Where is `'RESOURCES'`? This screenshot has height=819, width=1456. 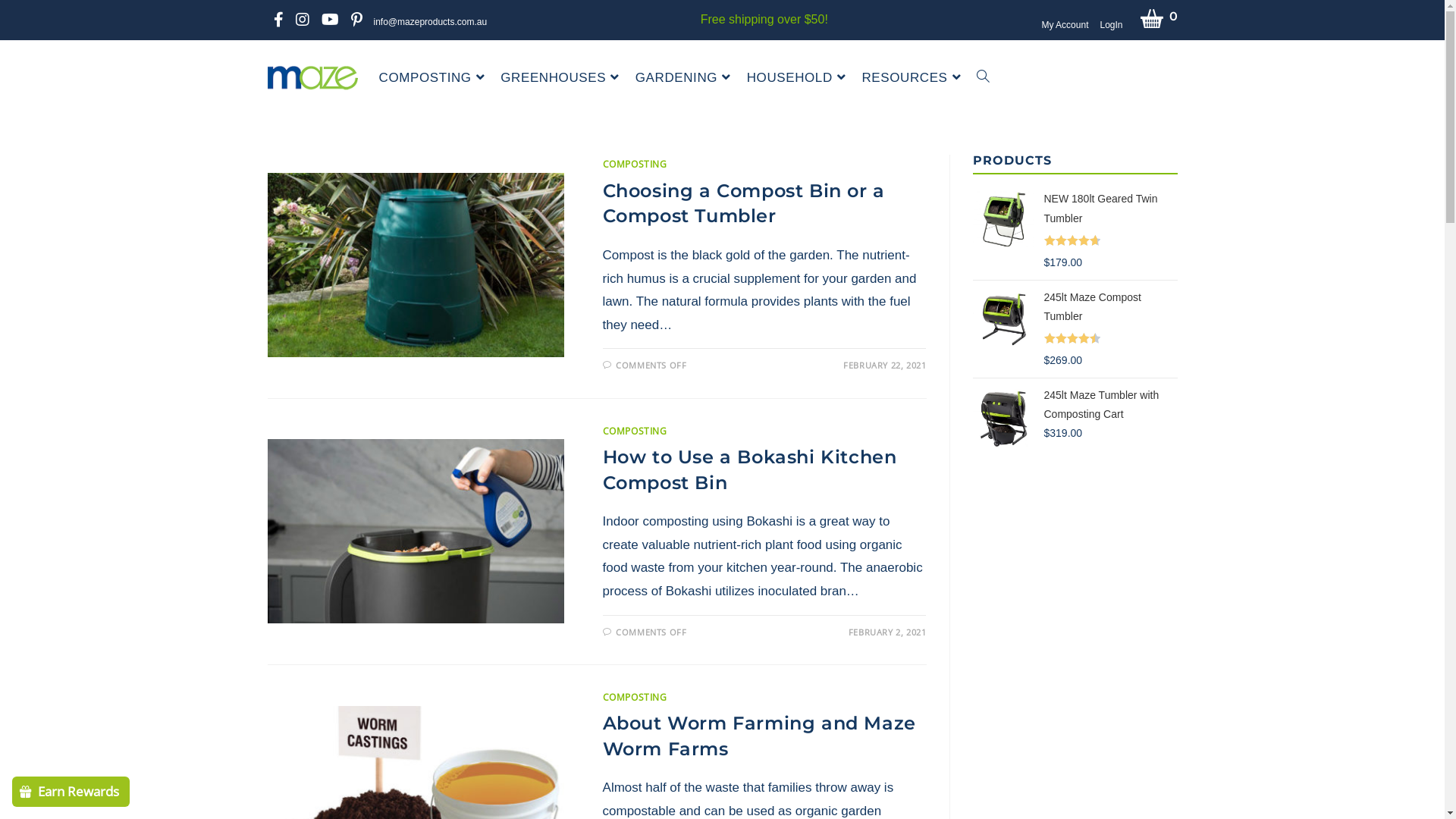
'RESOURCES' is located at coordinates (912, 78).